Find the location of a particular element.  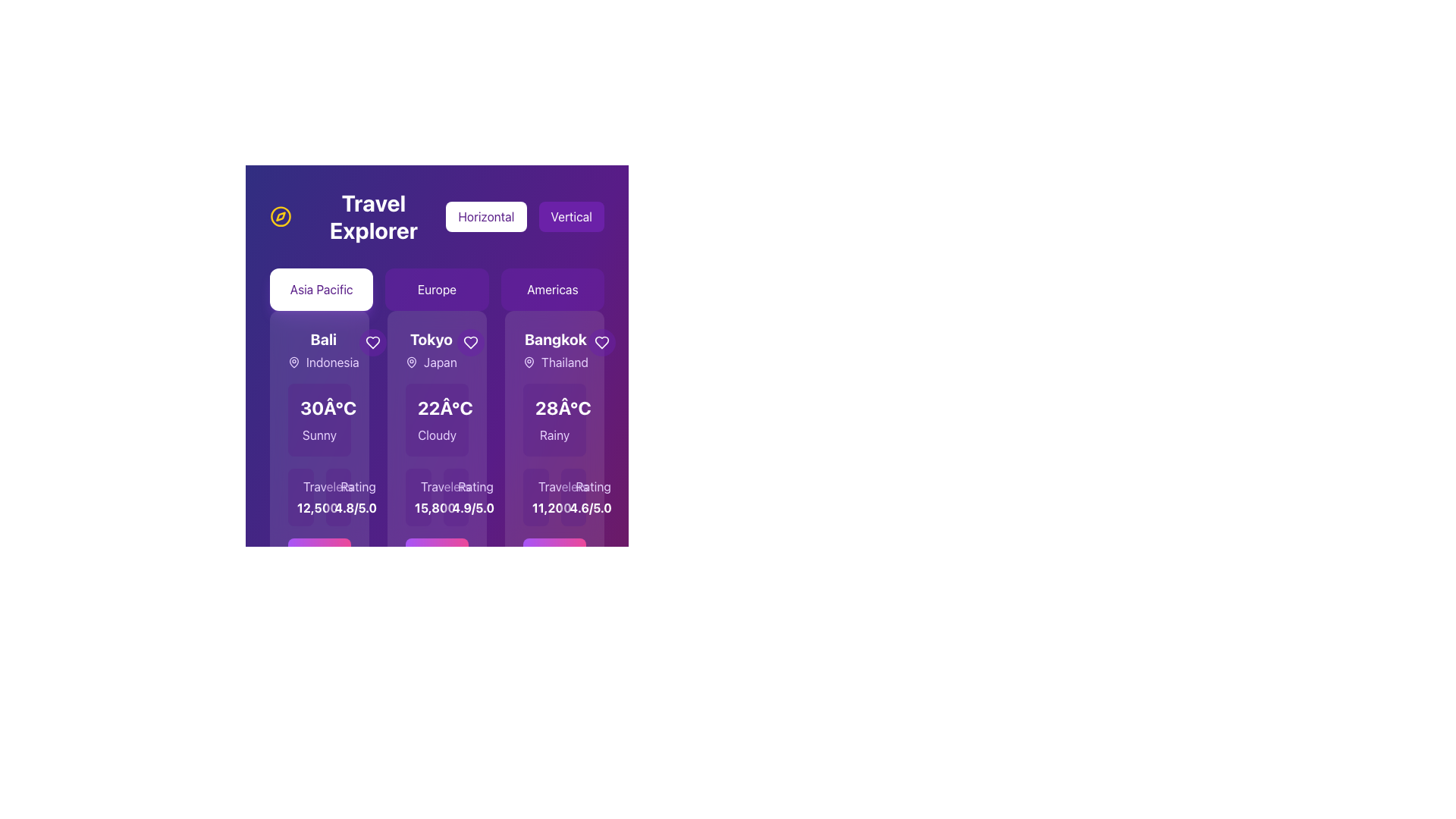

the text label displaying the number of travelers for the 'Bangkok, Thailand' travel tile, located at the bottom section below the weather and location details is located at coordinates (535, 508).